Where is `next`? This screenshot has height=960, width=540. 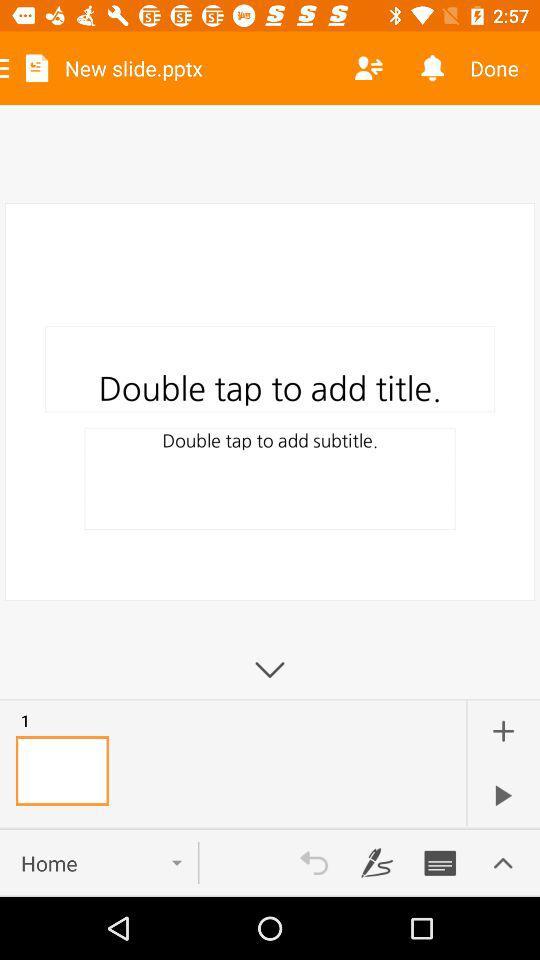
next is located at coordinates (502, 795).